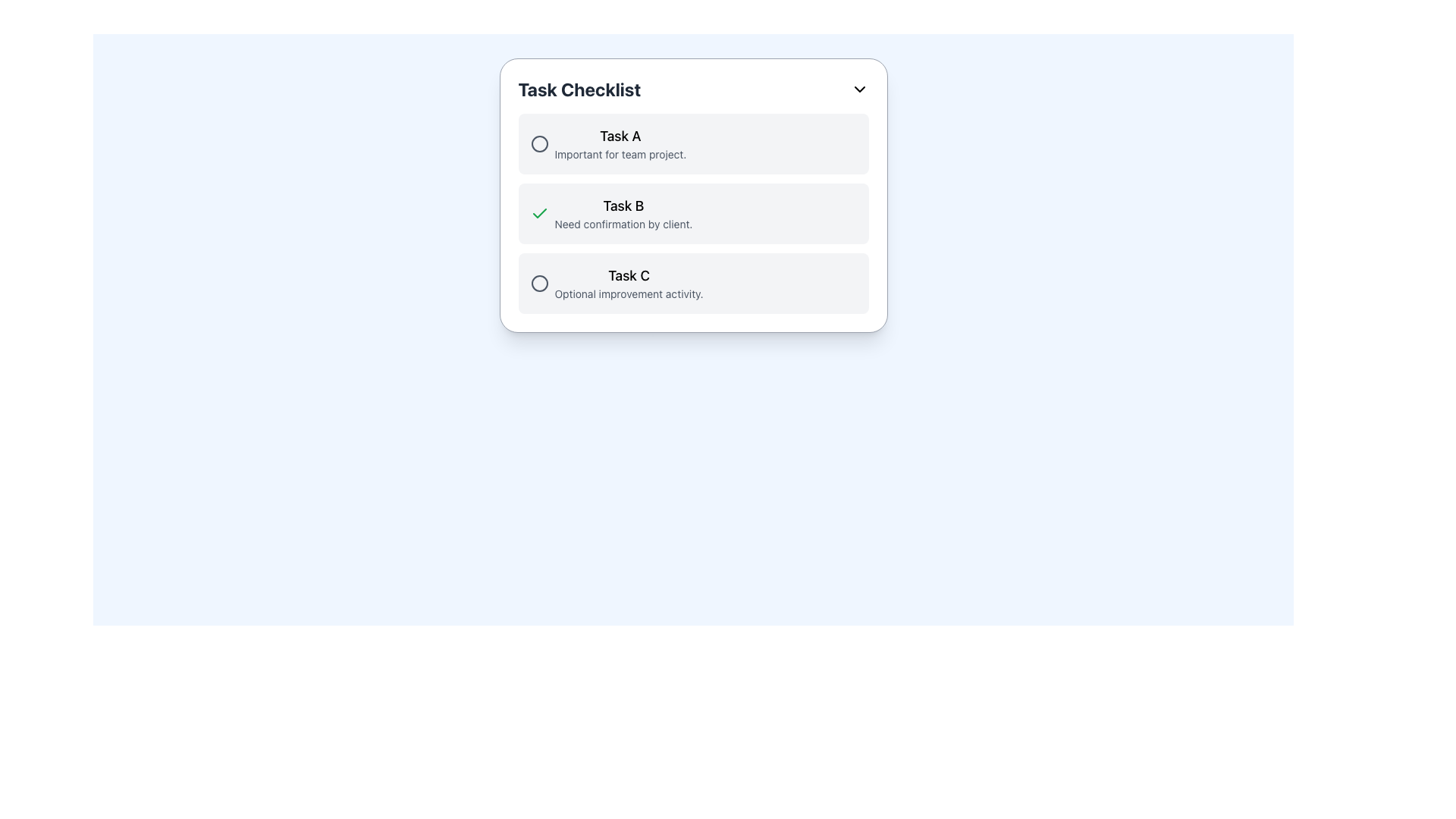  Describe the element at coordinates (623, 206) in the screenshot. I see `the Text label that displays the title 'Task B' in the checklist interface, which is located in the center column, below 'Task A' and above 'Task C'` at that location.